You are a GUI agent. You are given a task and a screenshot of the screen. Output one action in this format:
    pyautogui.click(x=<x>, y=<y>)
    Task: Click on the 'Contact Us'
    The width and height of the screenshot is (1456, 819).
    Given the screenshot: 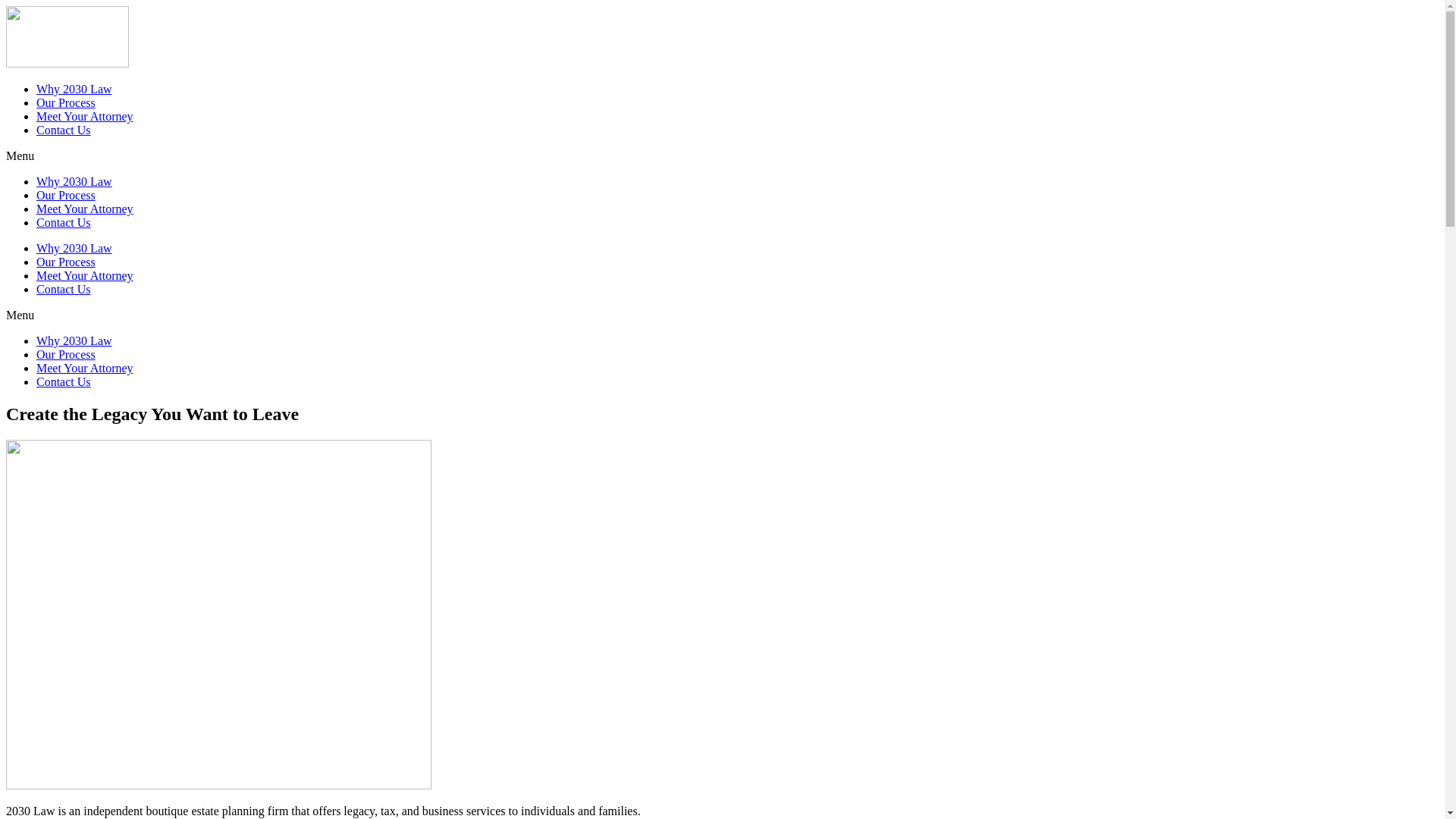 What is the action you would take?
    pyautogui.click(x=36, y=222)
    